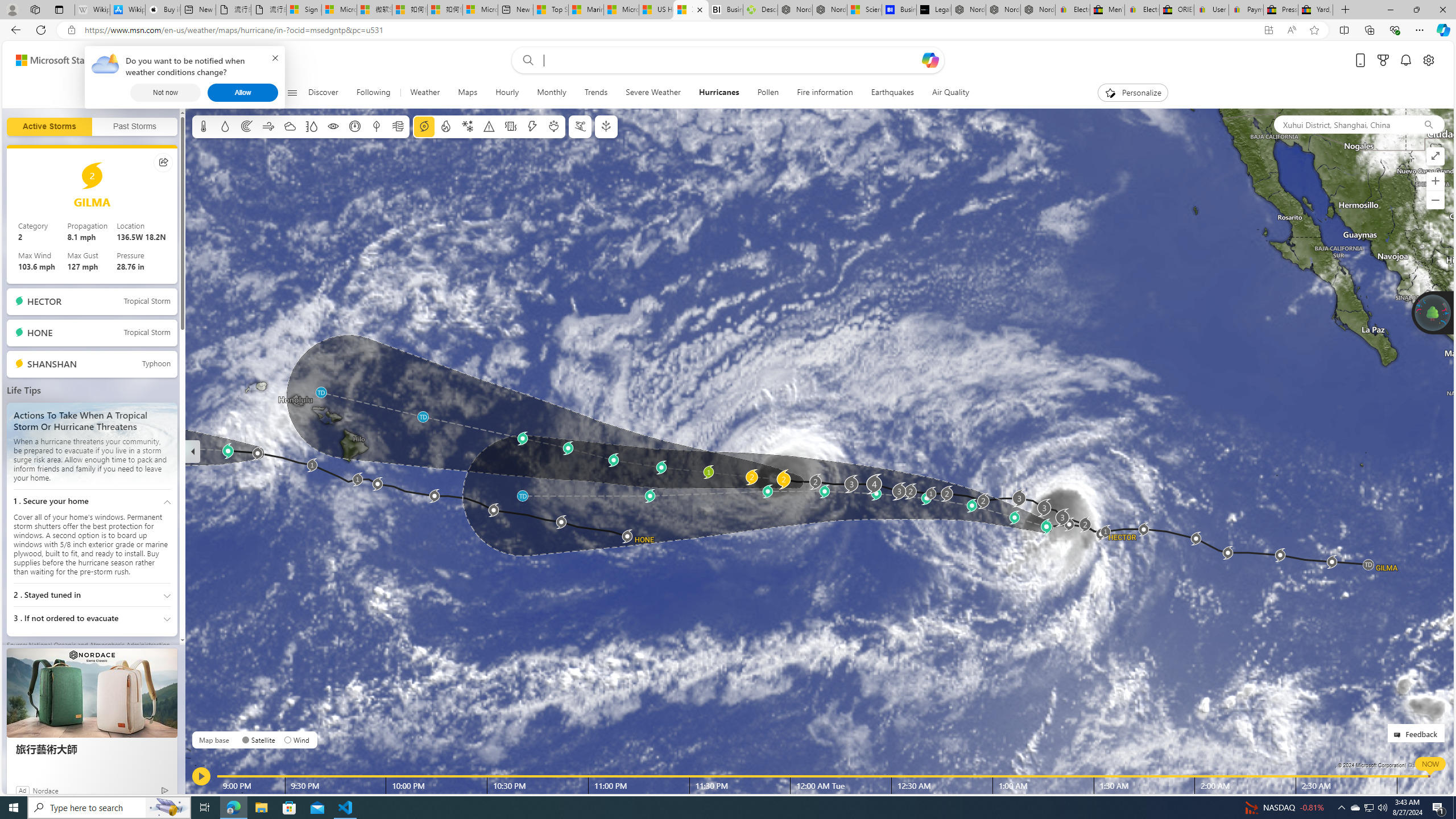 The width and height of the screenshot is (1456, 819). Describe the element at coordinates (652, 92) in the screenshot. I see `'Severe Weather'` at that location.